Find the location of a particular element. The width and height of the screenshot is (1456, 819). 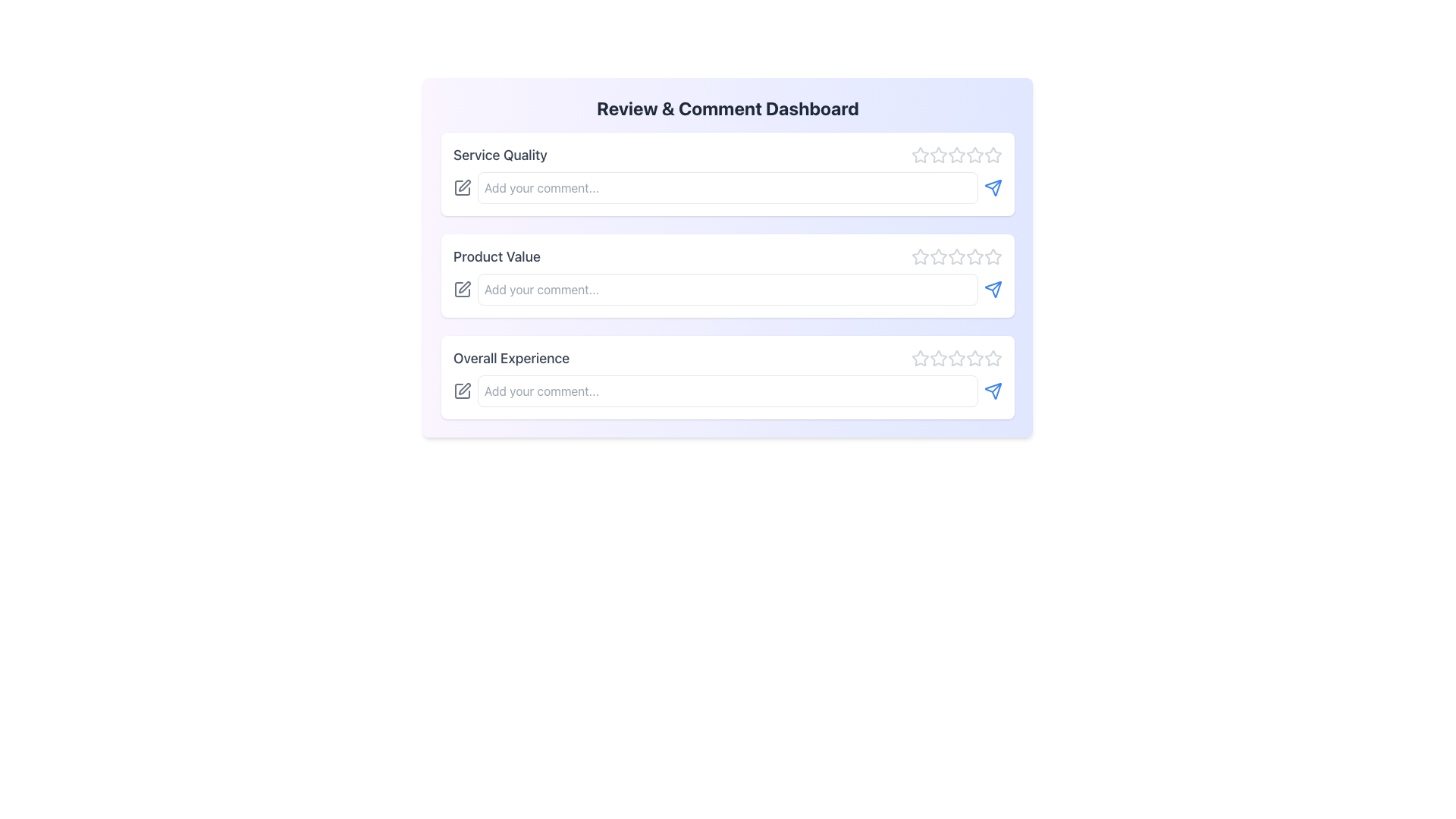

the blue paper plane icon button located at the far right of the user input field under the 'Product Value' section is located at coordinates (993, 289).